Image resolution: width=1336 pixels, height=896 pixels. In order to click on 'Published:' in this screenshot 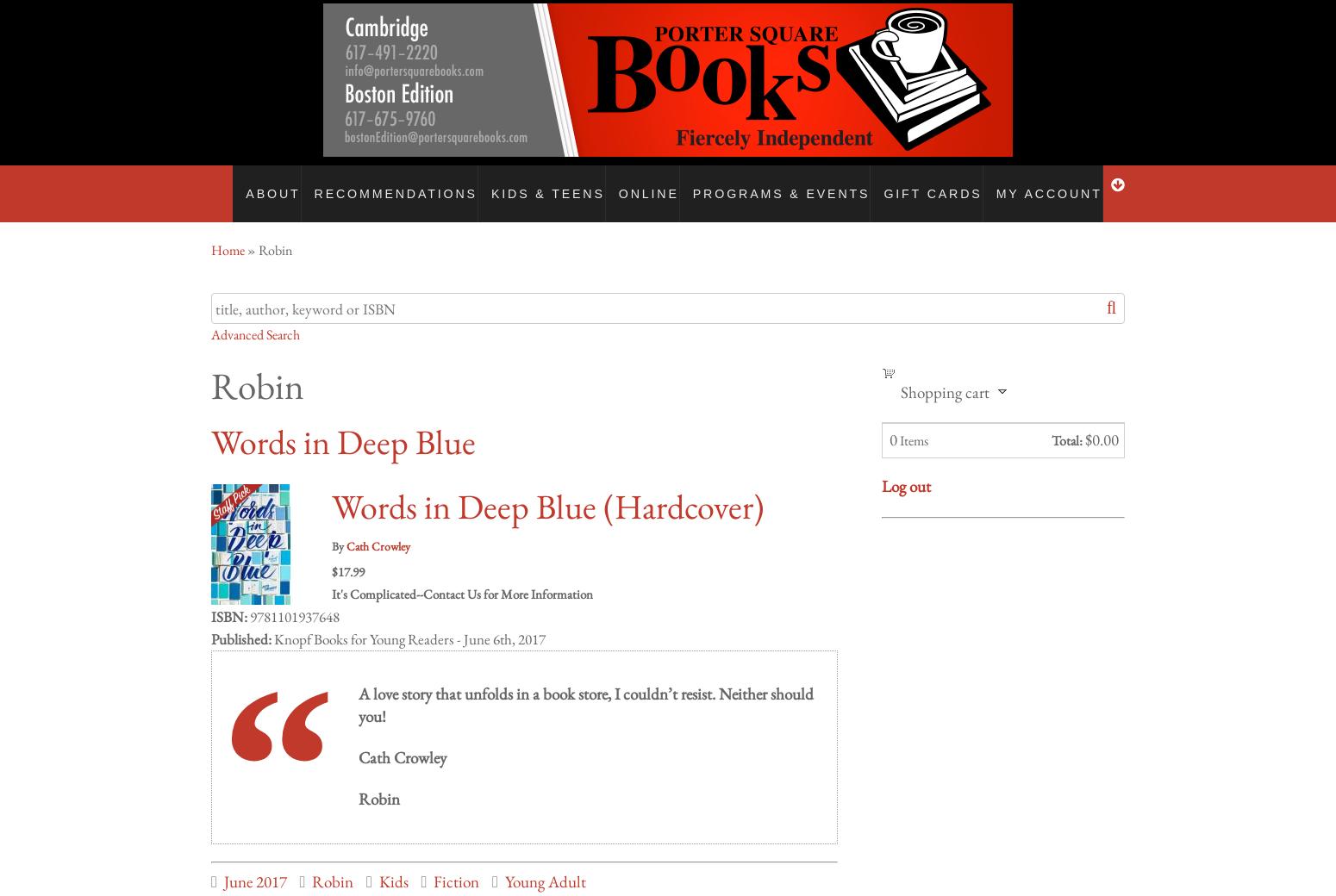, I will do `click(240, 621)`.